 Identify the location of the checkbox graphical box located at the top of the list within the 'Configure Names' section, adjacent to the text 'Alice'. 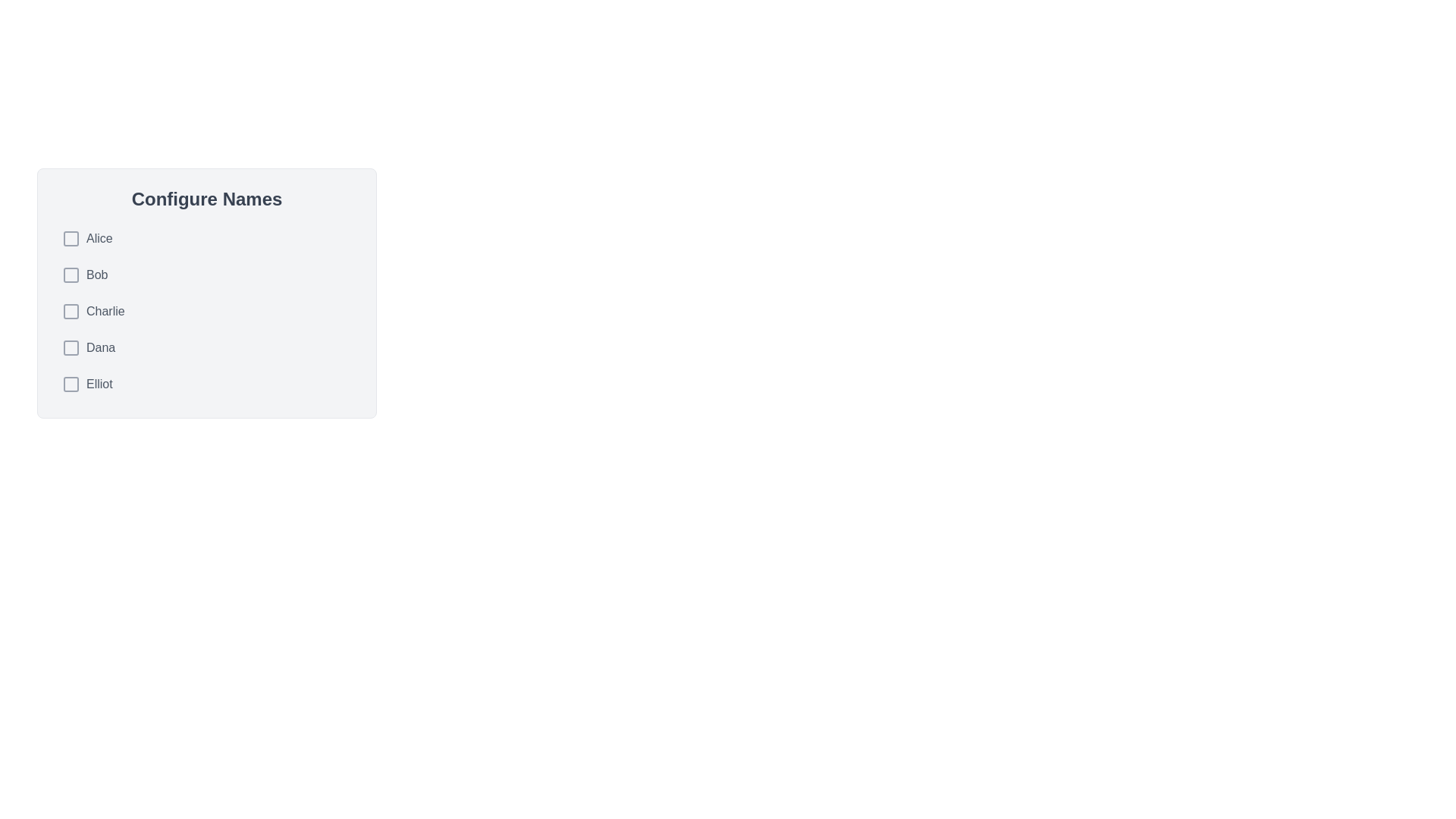
(71, 239).